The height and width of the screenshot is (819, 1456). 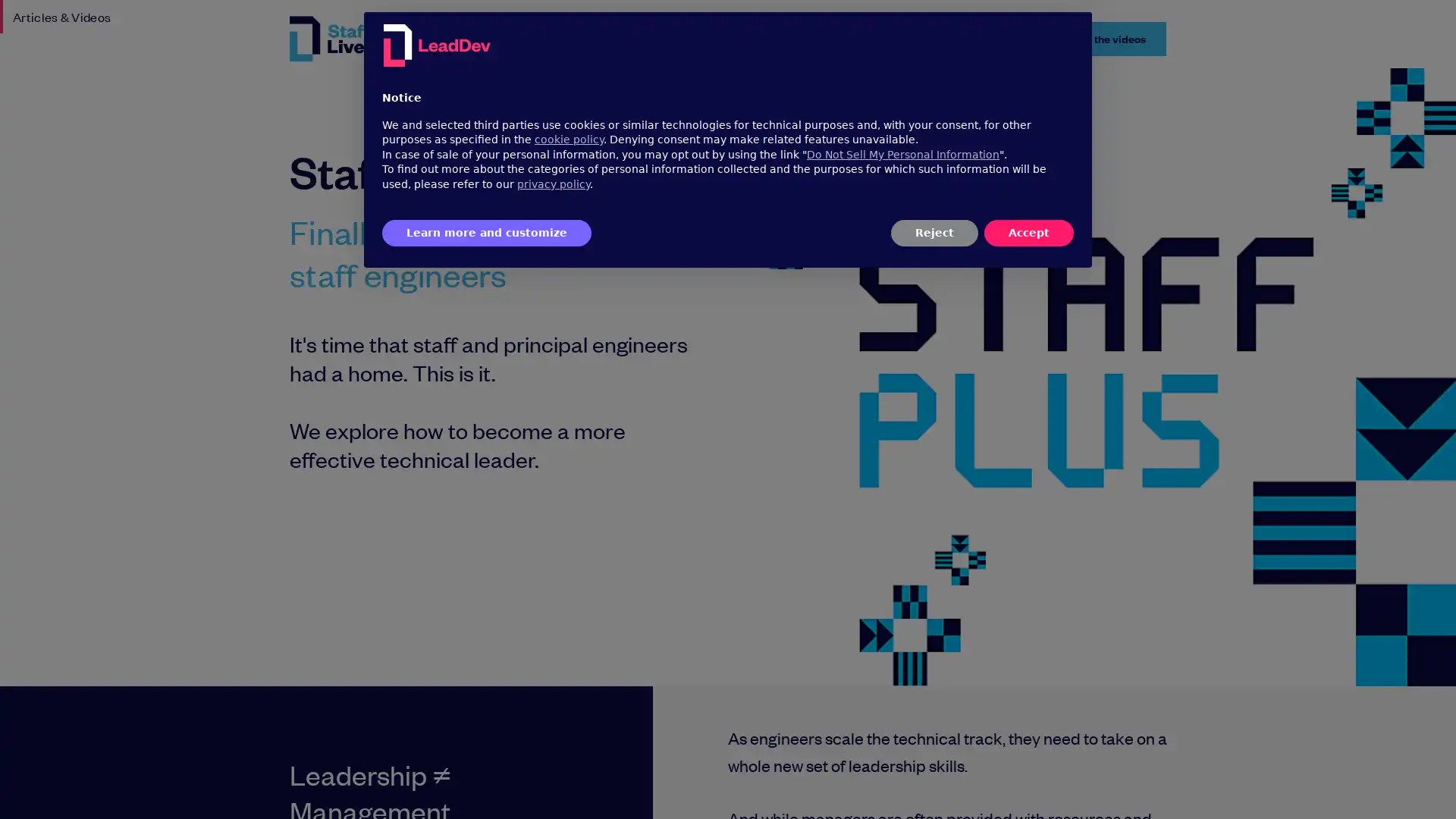 I want to click on Reject, so click(x=934, y=233).